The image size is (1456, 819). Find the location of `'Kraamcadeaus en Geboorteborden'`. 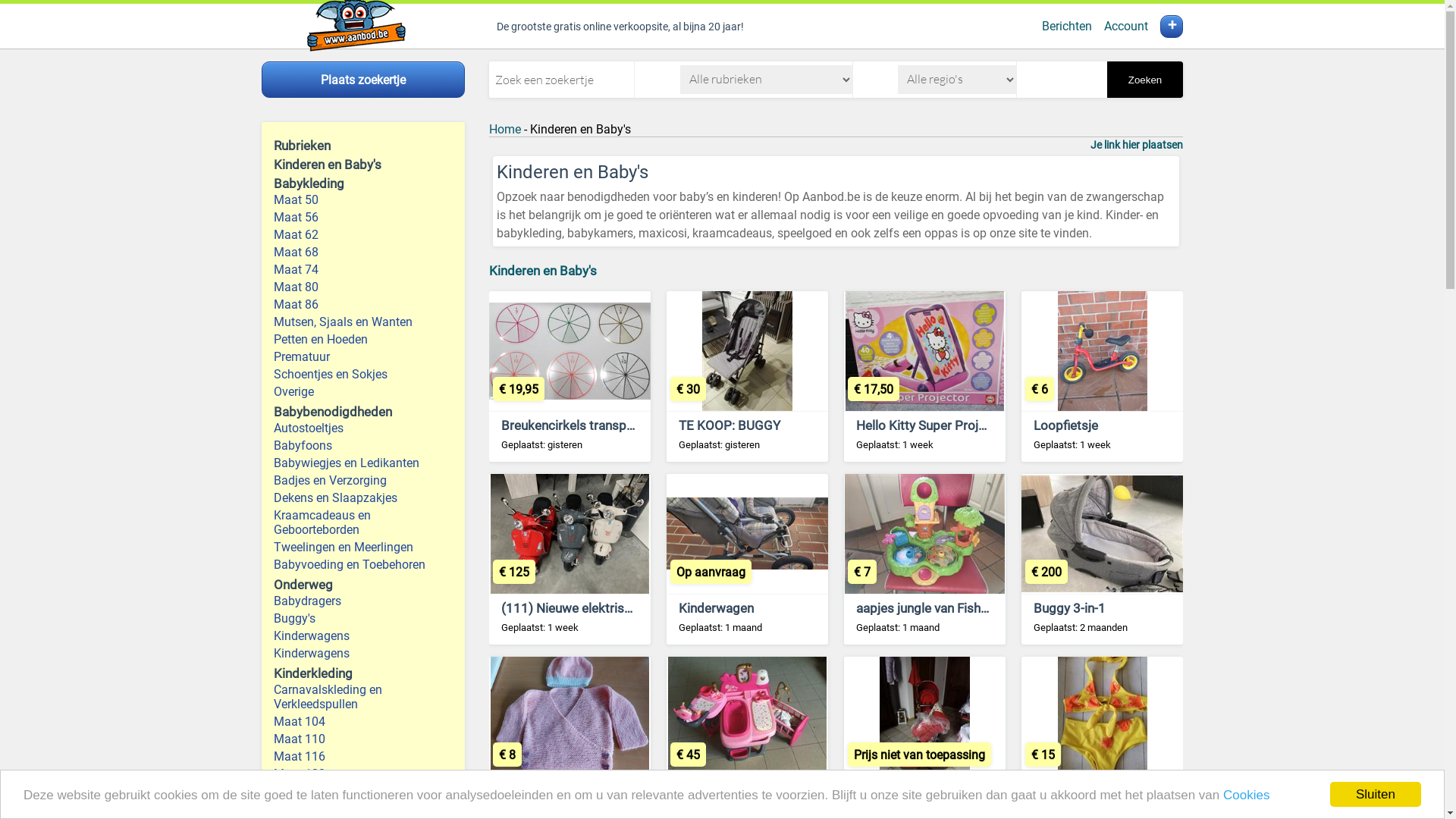

'Kraamcadeaus en Geboorteborden' is located at coordinates (362, 522).